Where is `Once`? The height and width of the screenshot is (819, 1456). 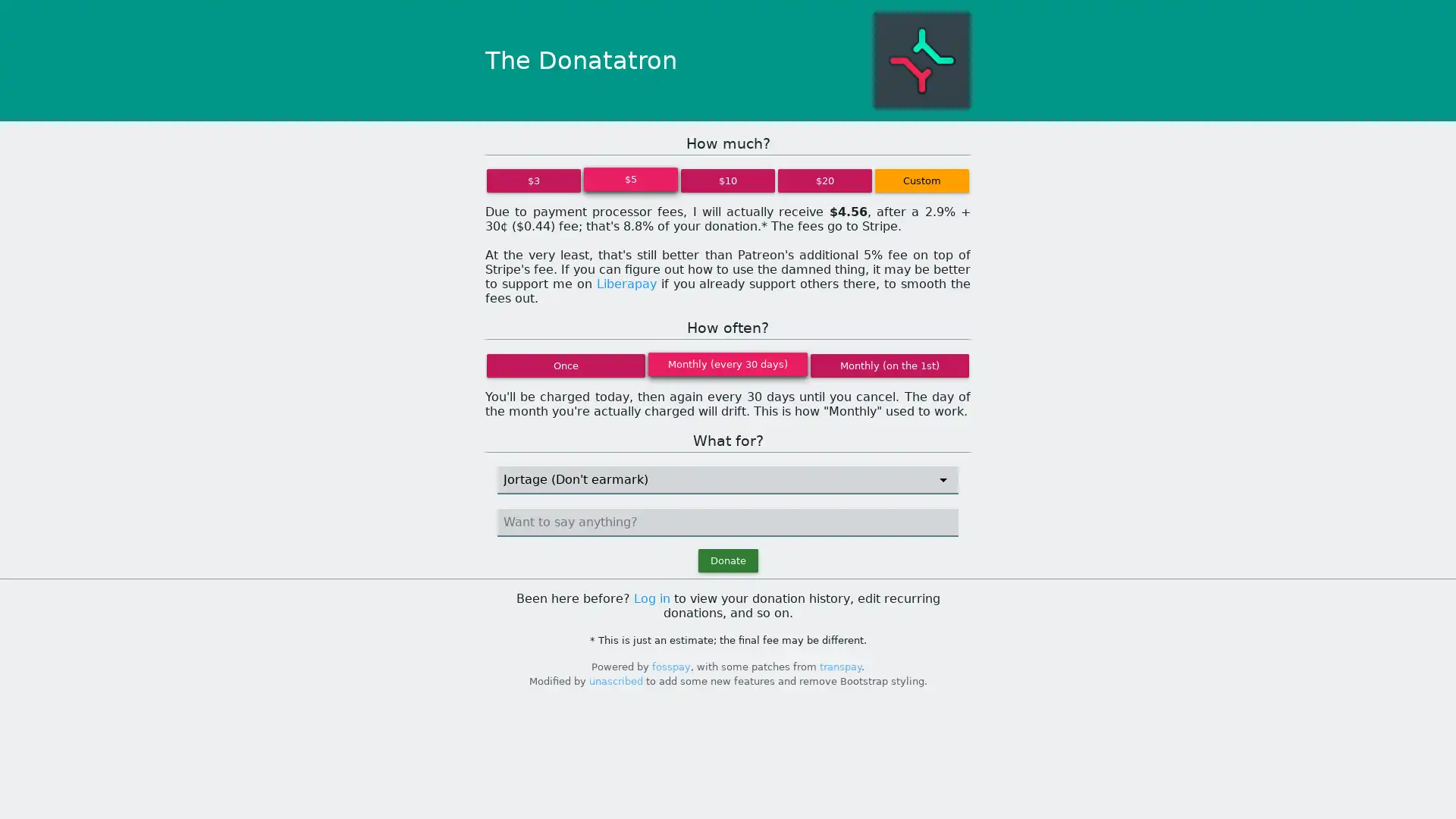 Once is located at coordinates (565, 365).